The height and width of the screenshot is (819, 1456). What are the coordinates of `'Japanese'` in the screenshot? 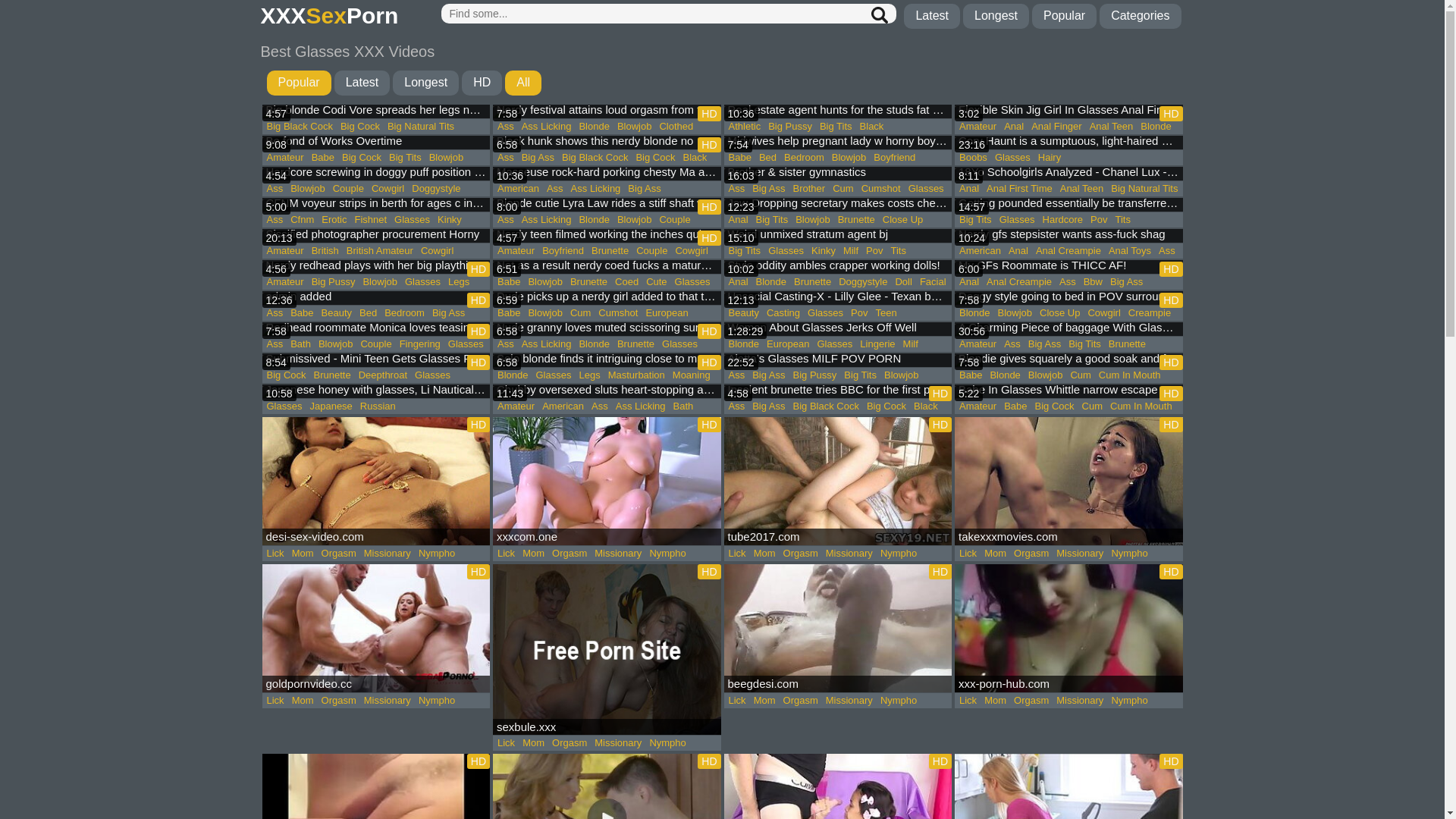 It's located at (330, 406).